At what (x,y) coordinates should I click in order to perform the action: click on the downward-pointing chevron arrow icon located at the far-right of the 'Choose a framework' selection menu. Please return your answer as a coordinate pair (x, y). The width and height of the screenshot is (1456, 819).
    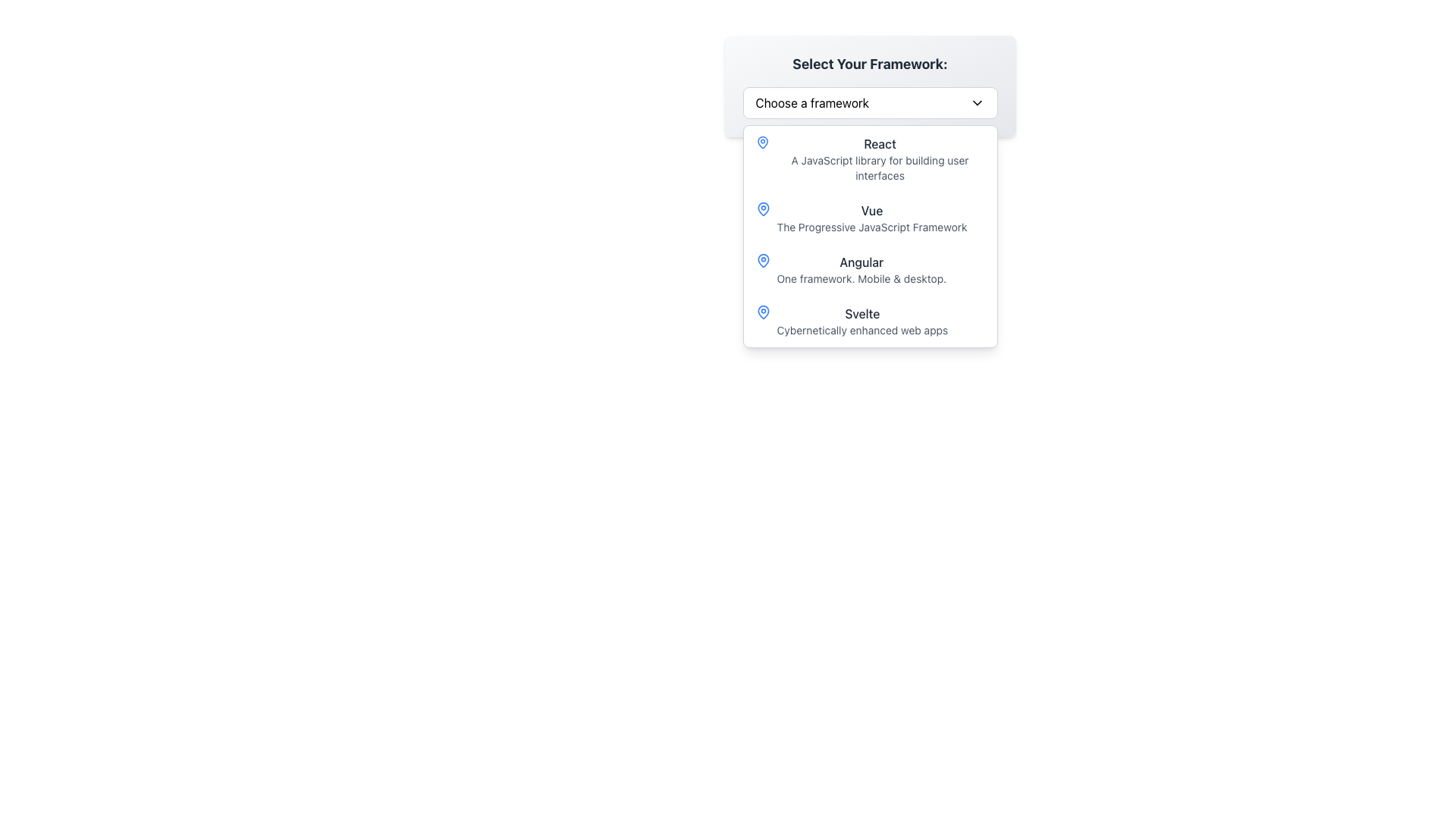
    Looking at the image, I should click on (977, 102).